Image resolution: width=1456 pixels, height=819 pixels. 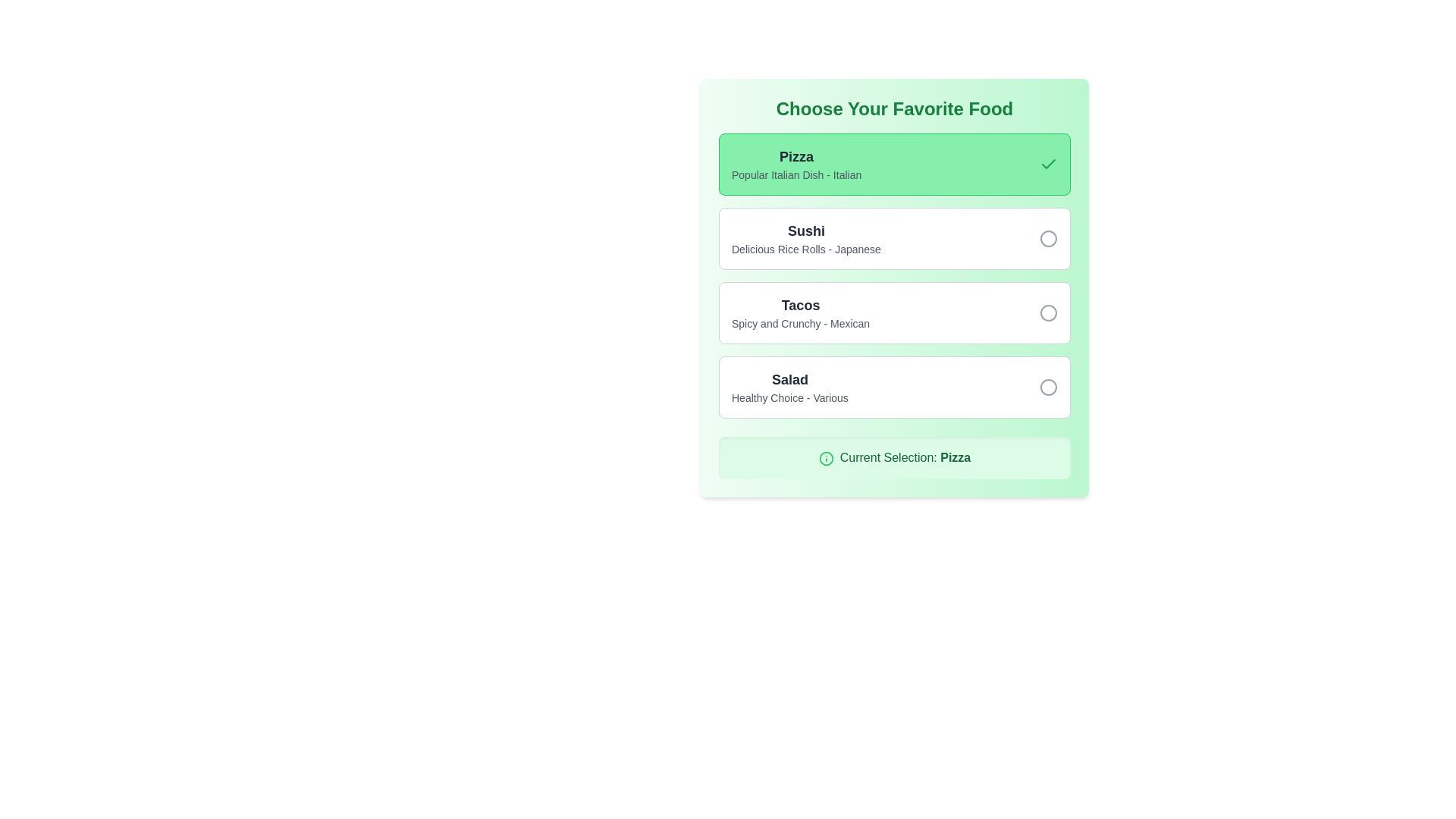 I want to click on the unselected radio button (visualized as an SVG circle), so click(x=1047, y=239).